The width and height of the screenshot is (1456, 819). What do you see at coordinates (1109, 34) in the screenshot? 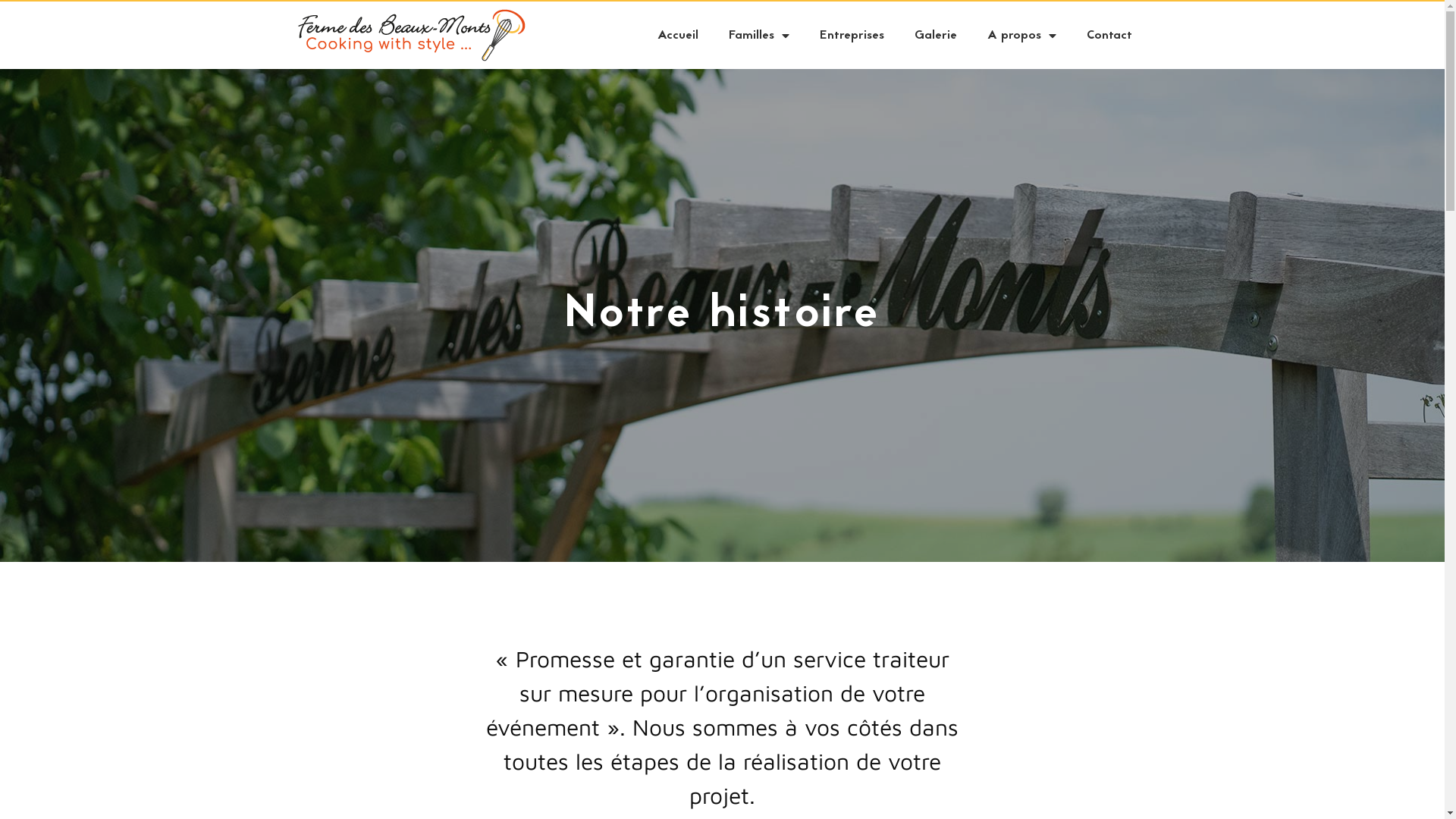
I see `'Contact'` at bounding box center [1109, 34].